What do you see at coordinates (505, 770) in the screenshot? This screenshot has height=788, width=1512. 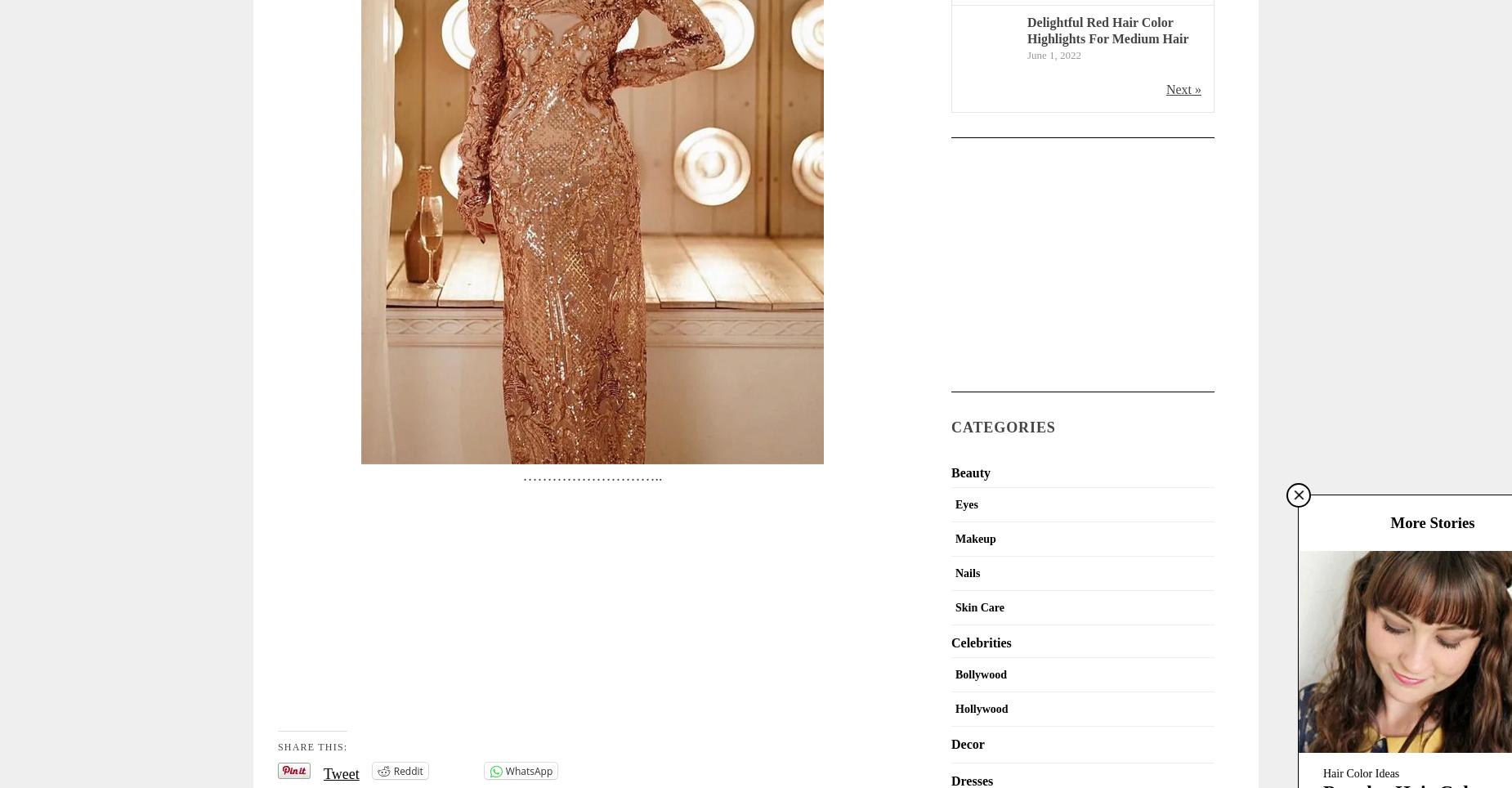 I see `'WhatsApp'` at bounding box center [505, 770].